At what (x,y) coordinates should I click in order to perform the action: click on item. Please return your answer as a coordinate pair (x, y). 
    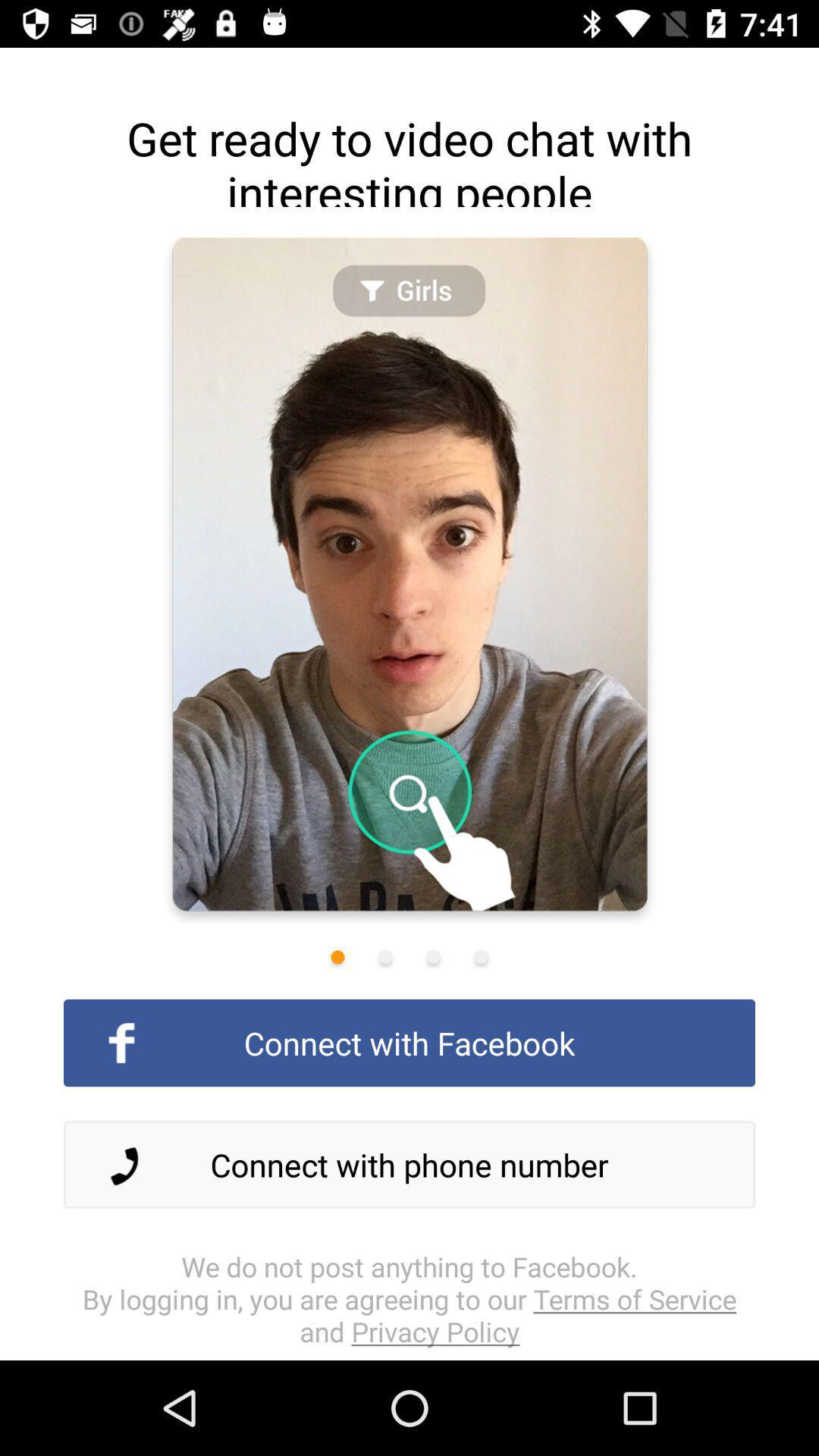
    Looking at the image, I should click on (481, 956).